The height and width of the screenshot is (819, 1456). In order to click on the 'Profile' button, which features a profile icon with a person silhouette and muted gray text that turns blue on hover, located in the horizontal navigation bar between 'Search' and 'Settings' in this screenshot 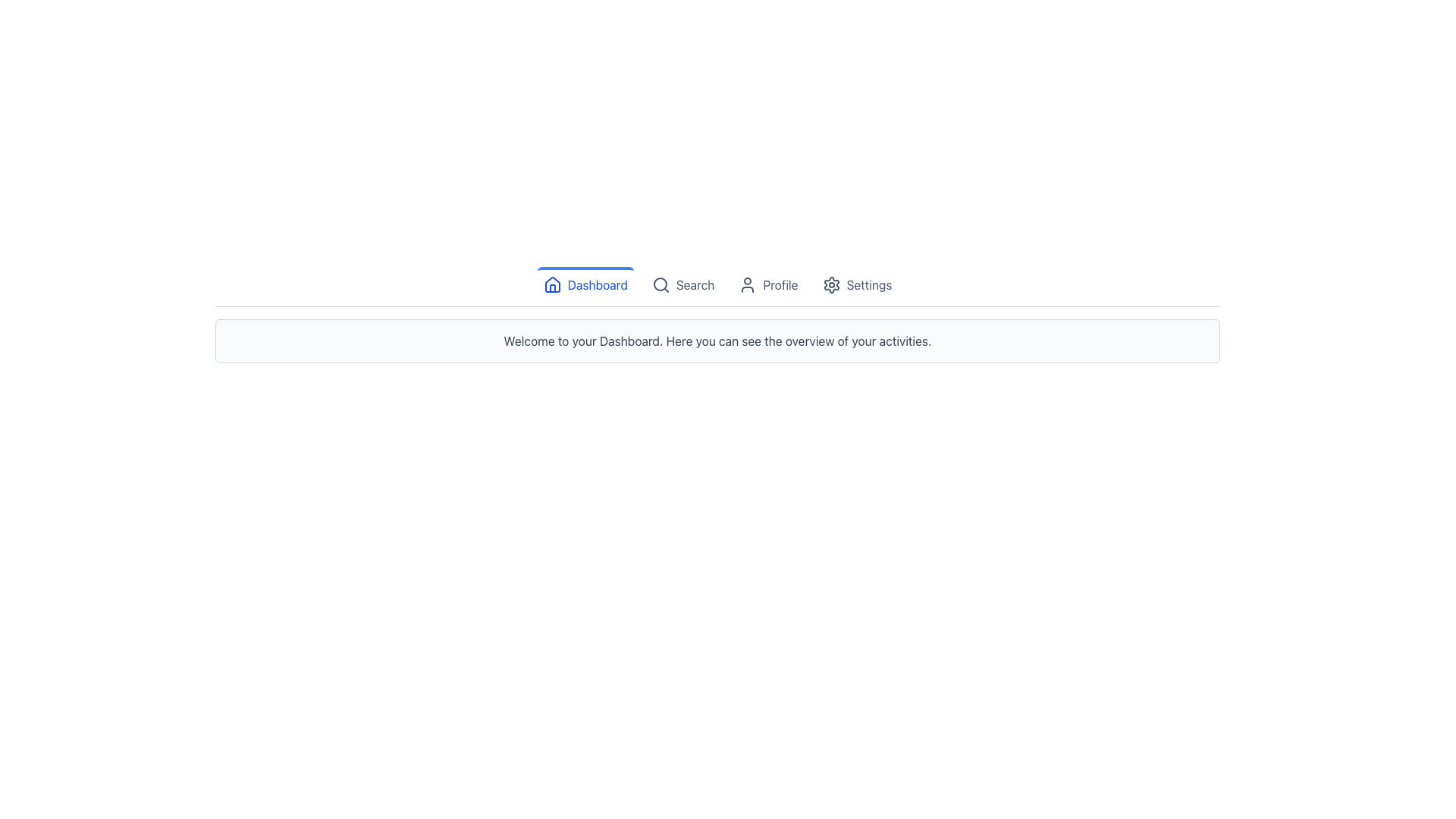, I will do `click(768, 284)`.